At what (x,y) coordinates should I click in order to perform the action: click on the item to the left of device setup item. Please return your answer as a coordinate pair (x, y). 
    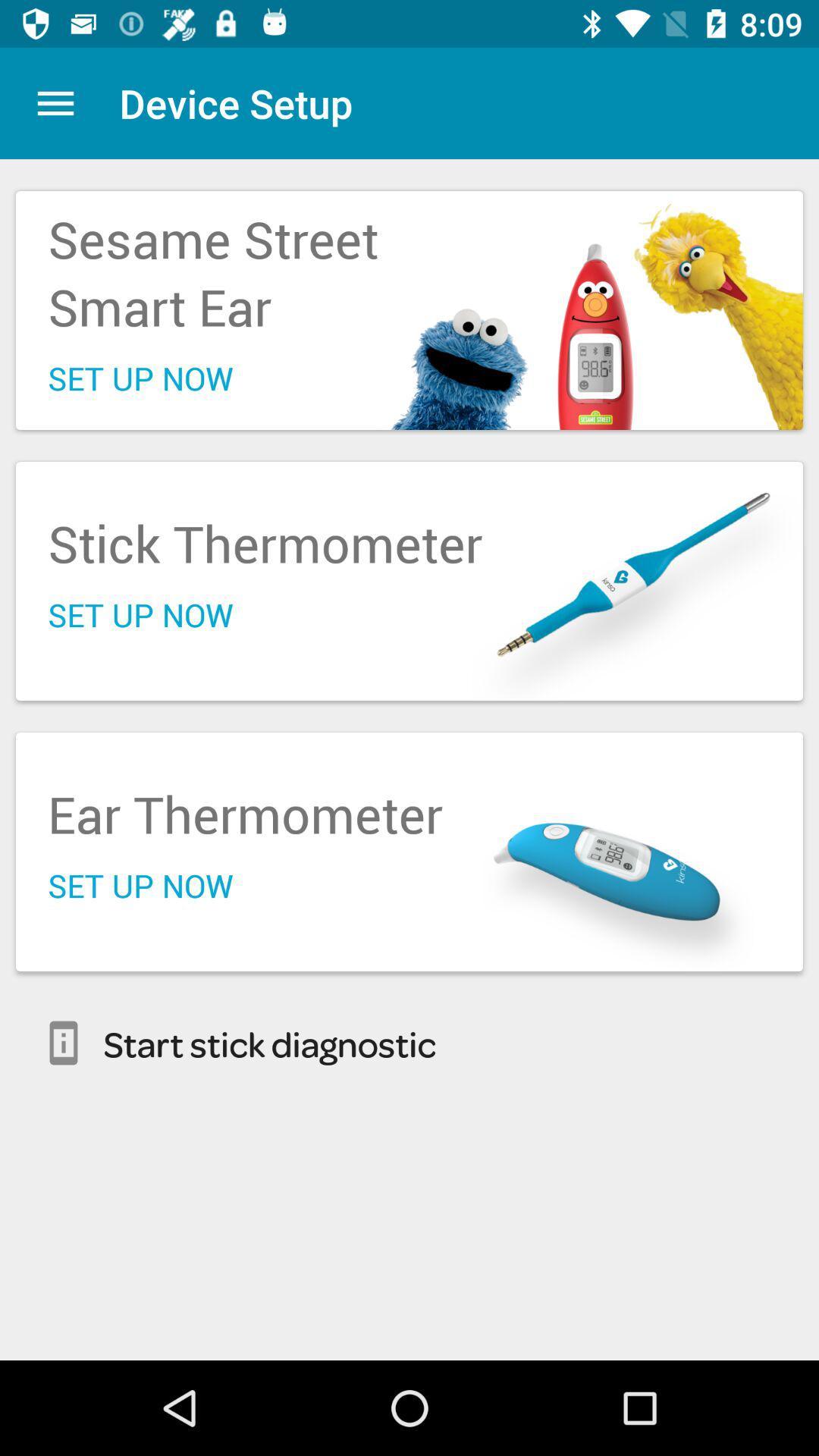
    Looking at the image, I should click on (55, 102).